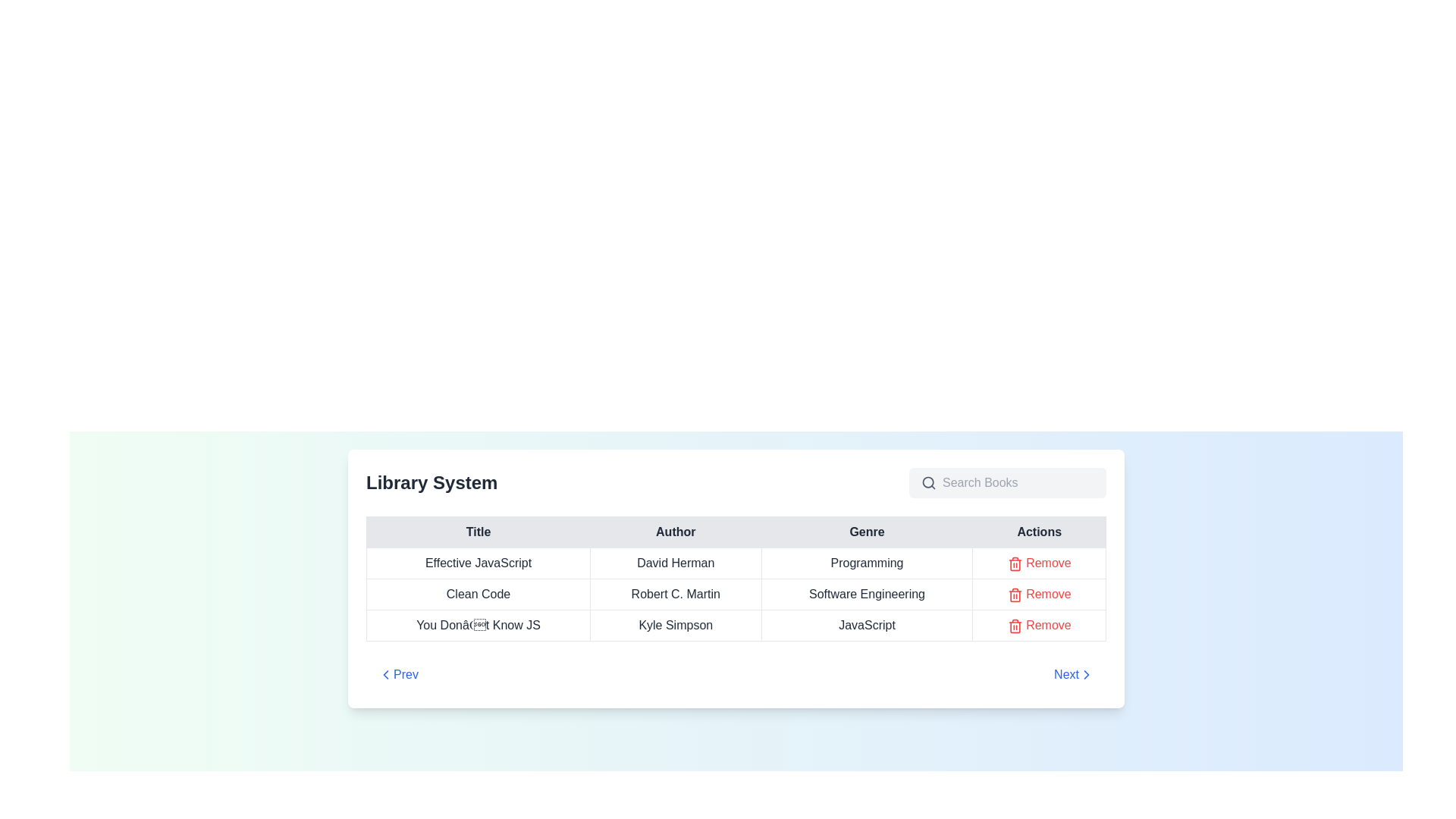 This screenshot has height=819, width=1456. What do you see at coordinates (478, 593) in the screenshot?
I see `text label displaying 'Clean Code' located in the second row of the table under the 'Title' column in the library system interface` at bounding box center [478, 593].